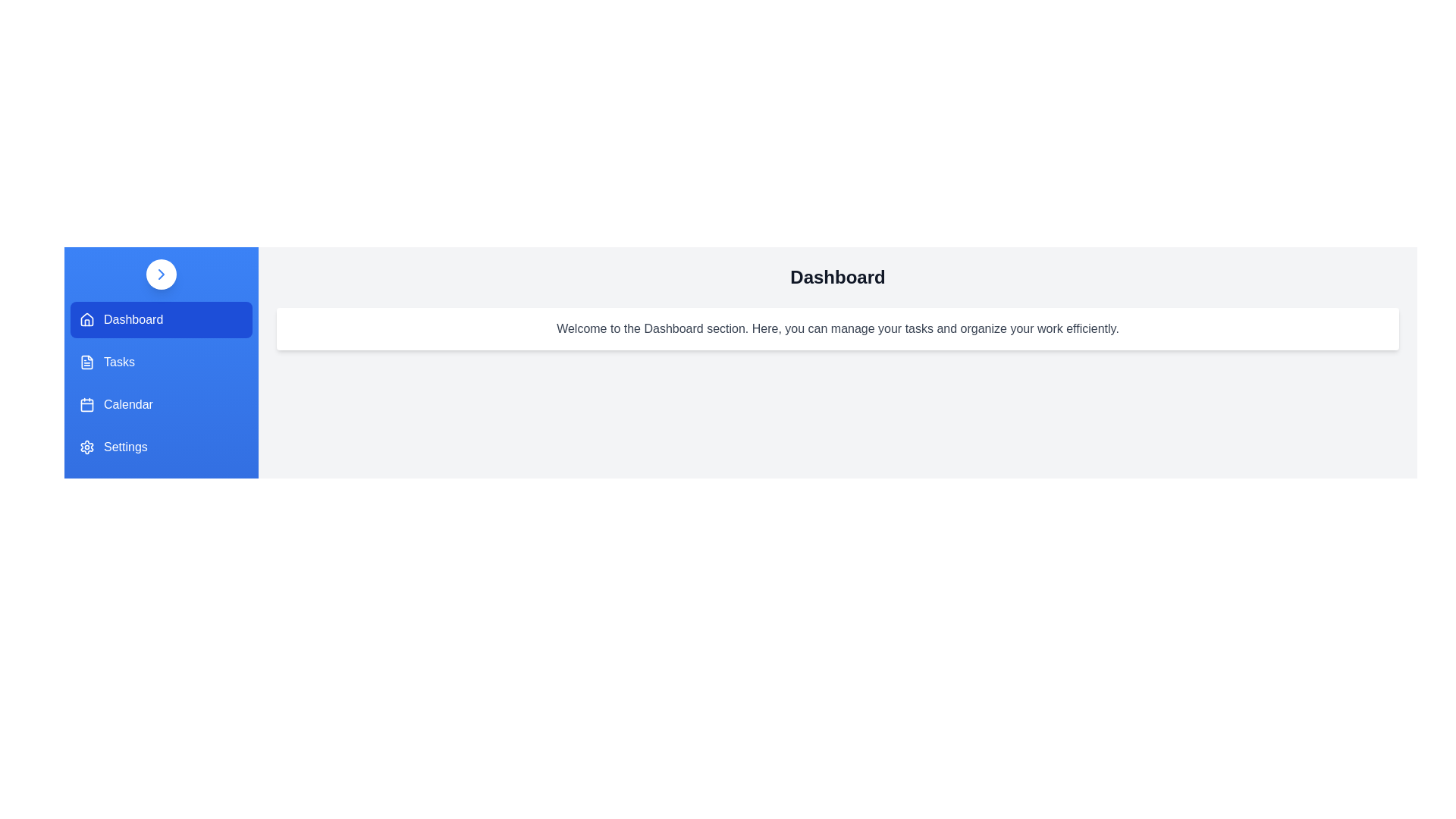  What do you see at coordinates (161, 318) in the screenshot?
I see `the menu item Dashboard to view its content` at bounding box center [161, 318].